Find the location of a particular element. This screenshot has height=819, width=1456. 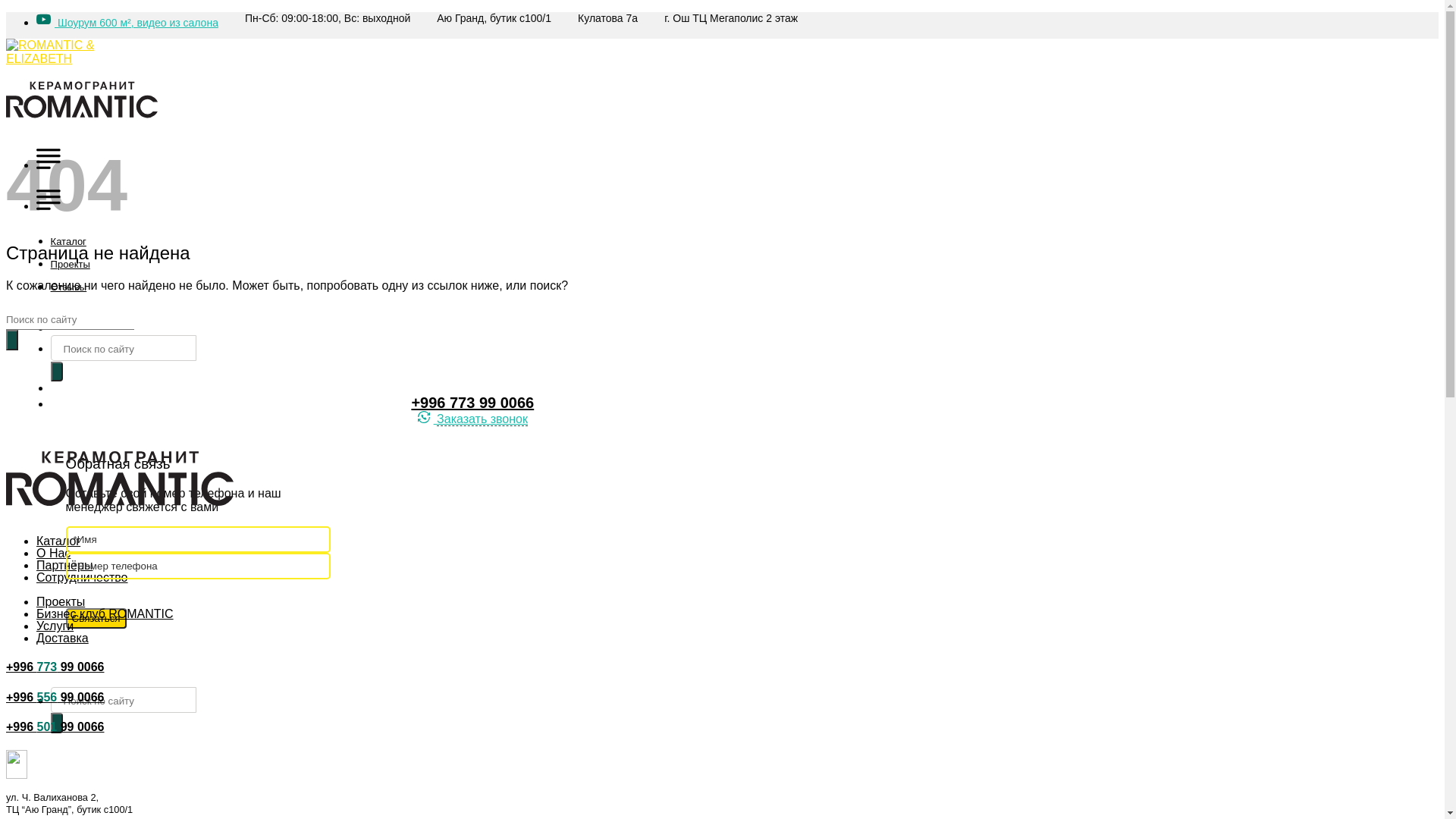

'Skip to content' is located at coordinates (5, 11).